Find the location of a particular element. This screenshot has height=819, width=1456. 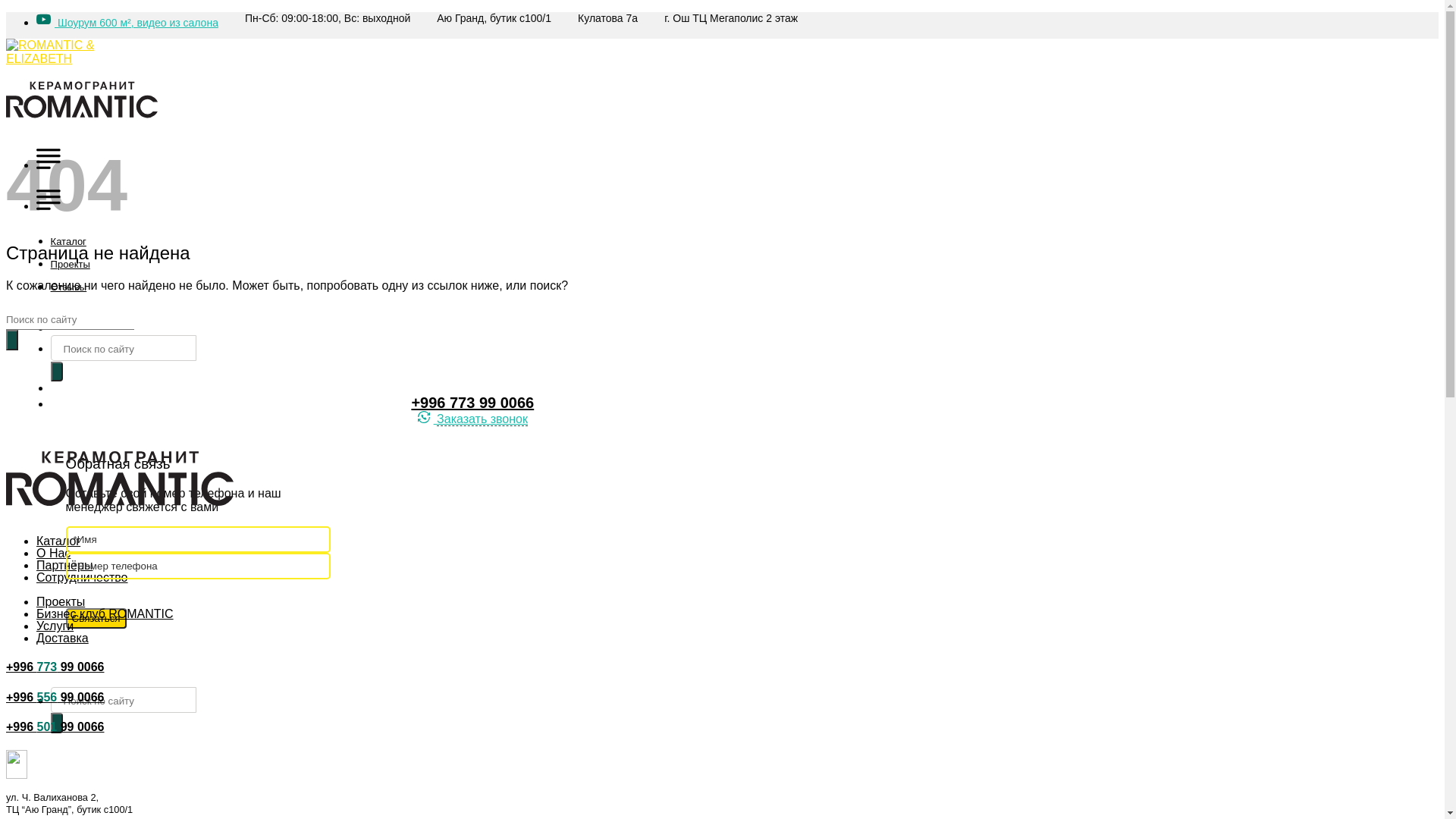

'Skip to content' is located at coordinates (5, 11).